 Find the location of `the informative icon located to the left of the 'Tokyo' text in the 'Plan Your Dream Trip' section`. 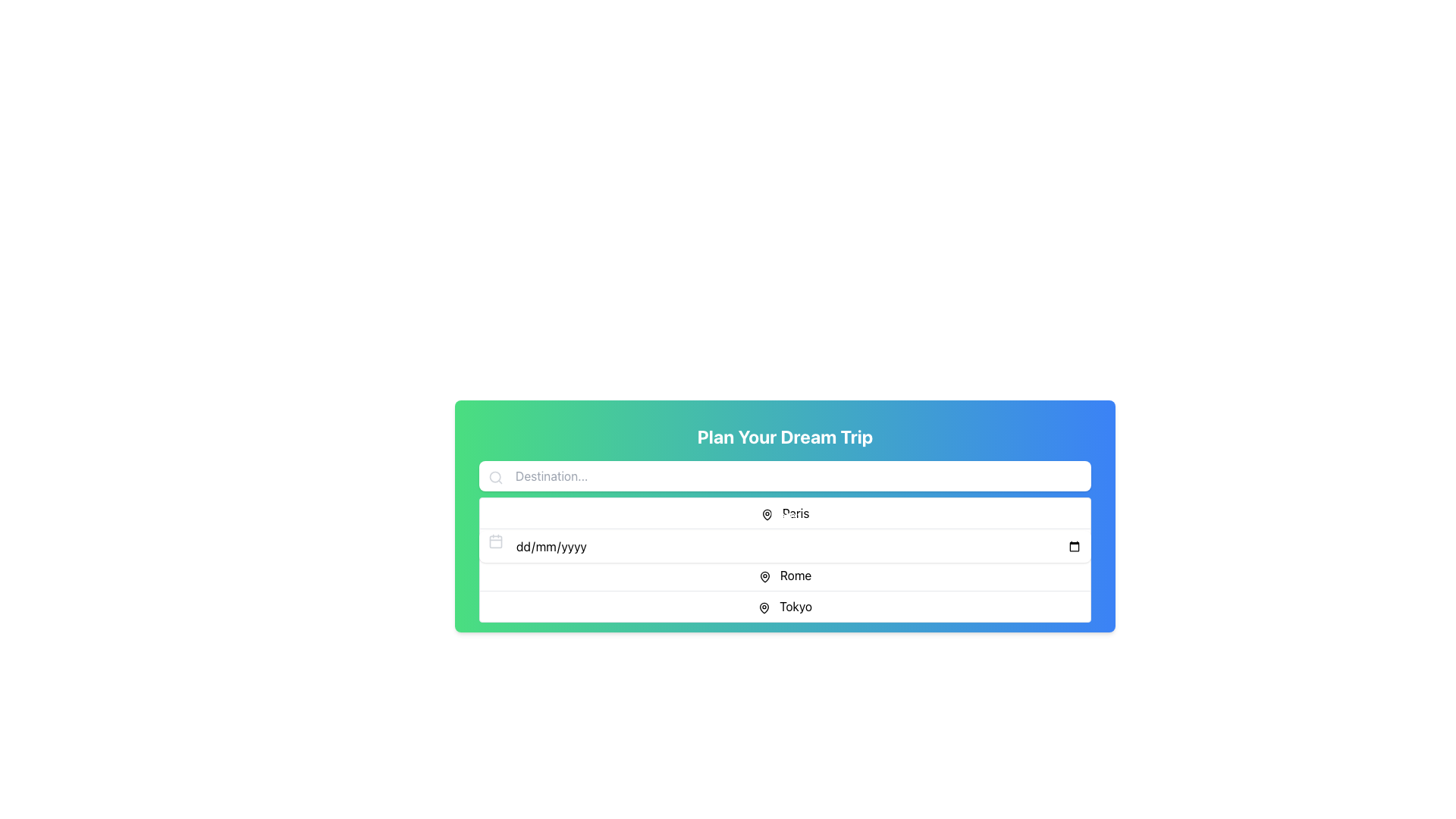

the informative icon located to the left of the 'Tokyo' text in the 'Plan Your Dream Trip' section is located at coordinates (764, 607).